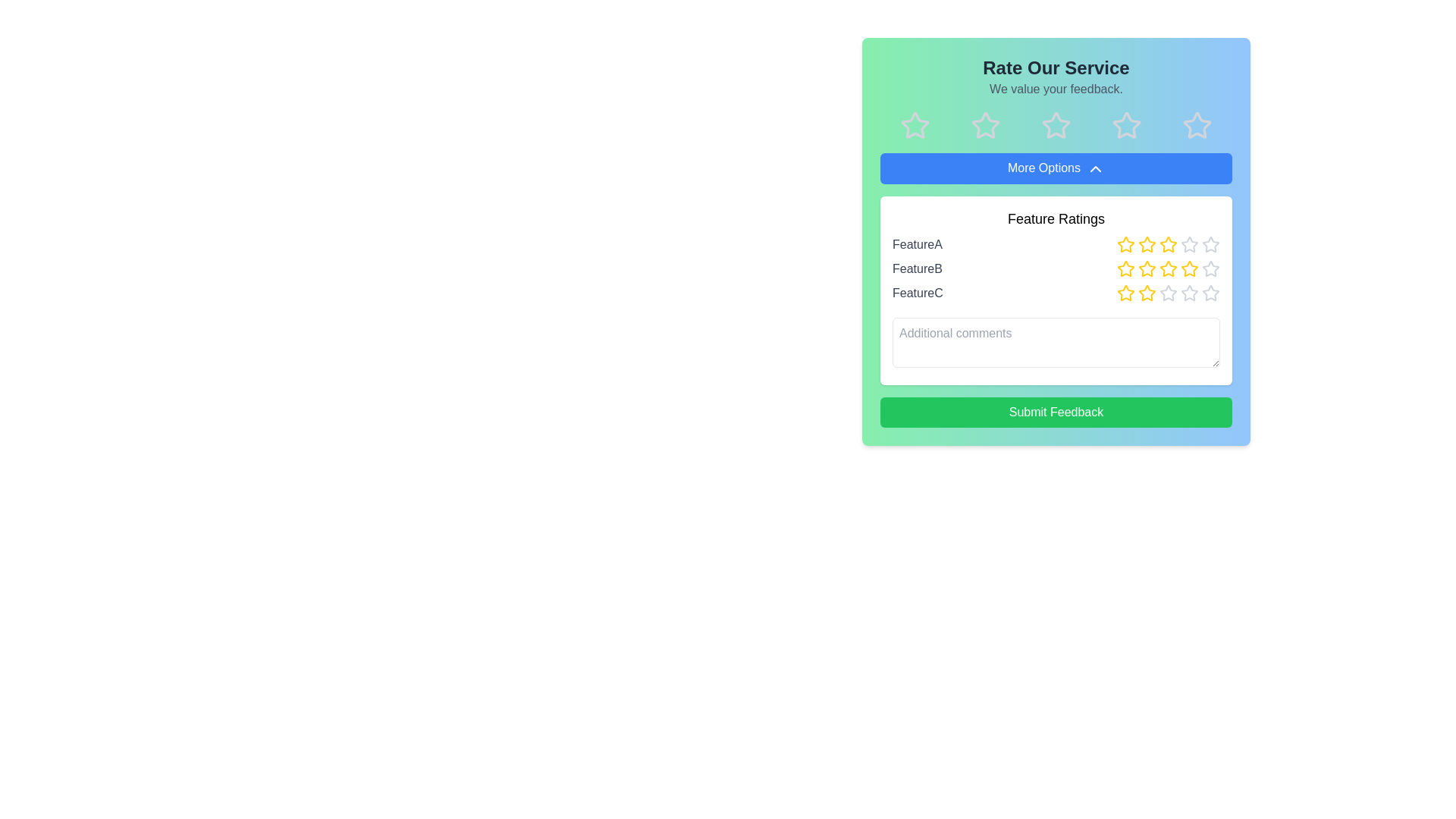 Image resolution: width=1456 pixels, height=819 pixels. I want to click on the fourth star icon in the rating bar for 'FeatureA', so click(1147, 243).